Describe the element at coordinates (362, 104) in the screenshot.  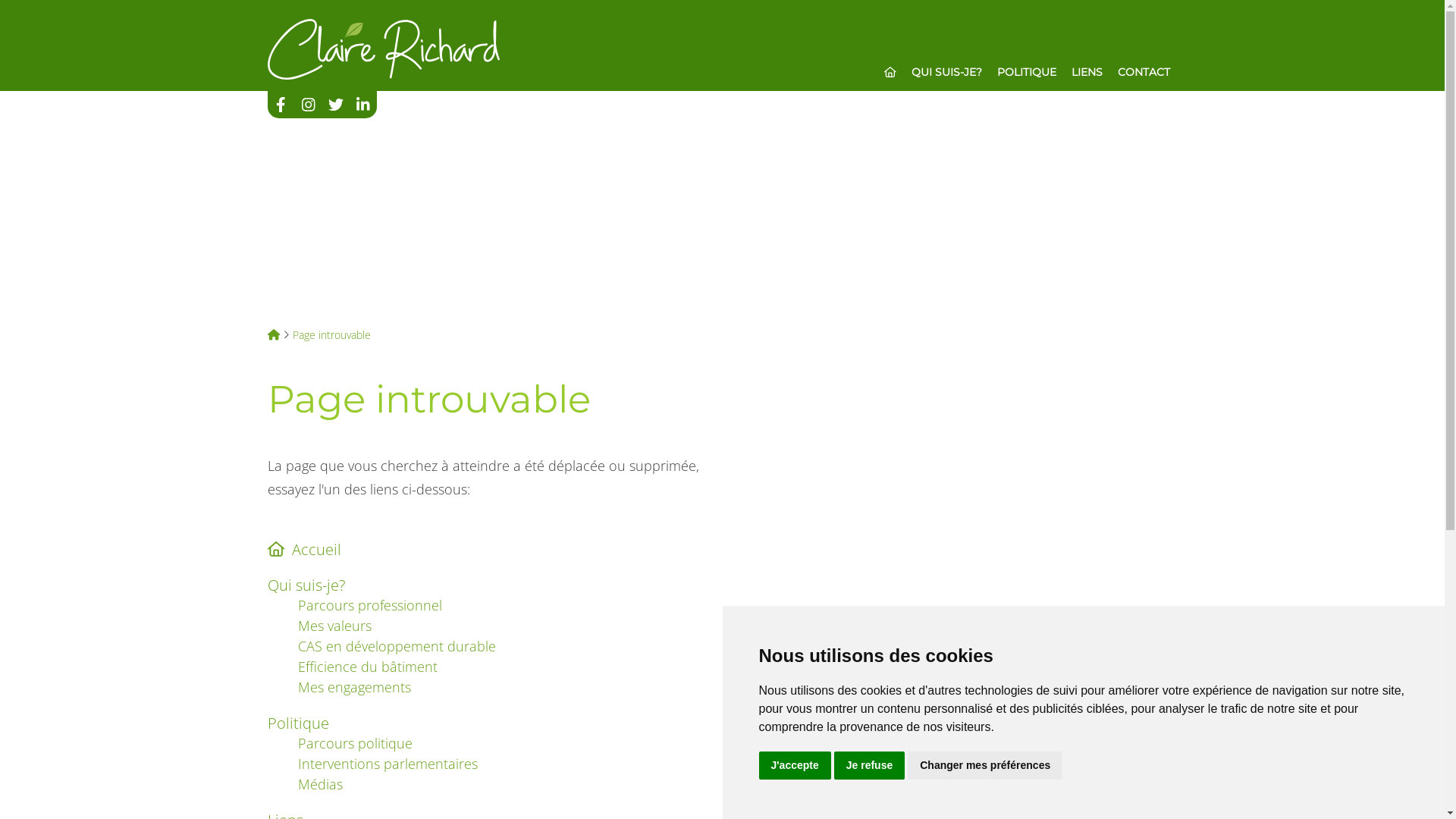
I see `'Nous suivre sur Linkedin'` at that location.